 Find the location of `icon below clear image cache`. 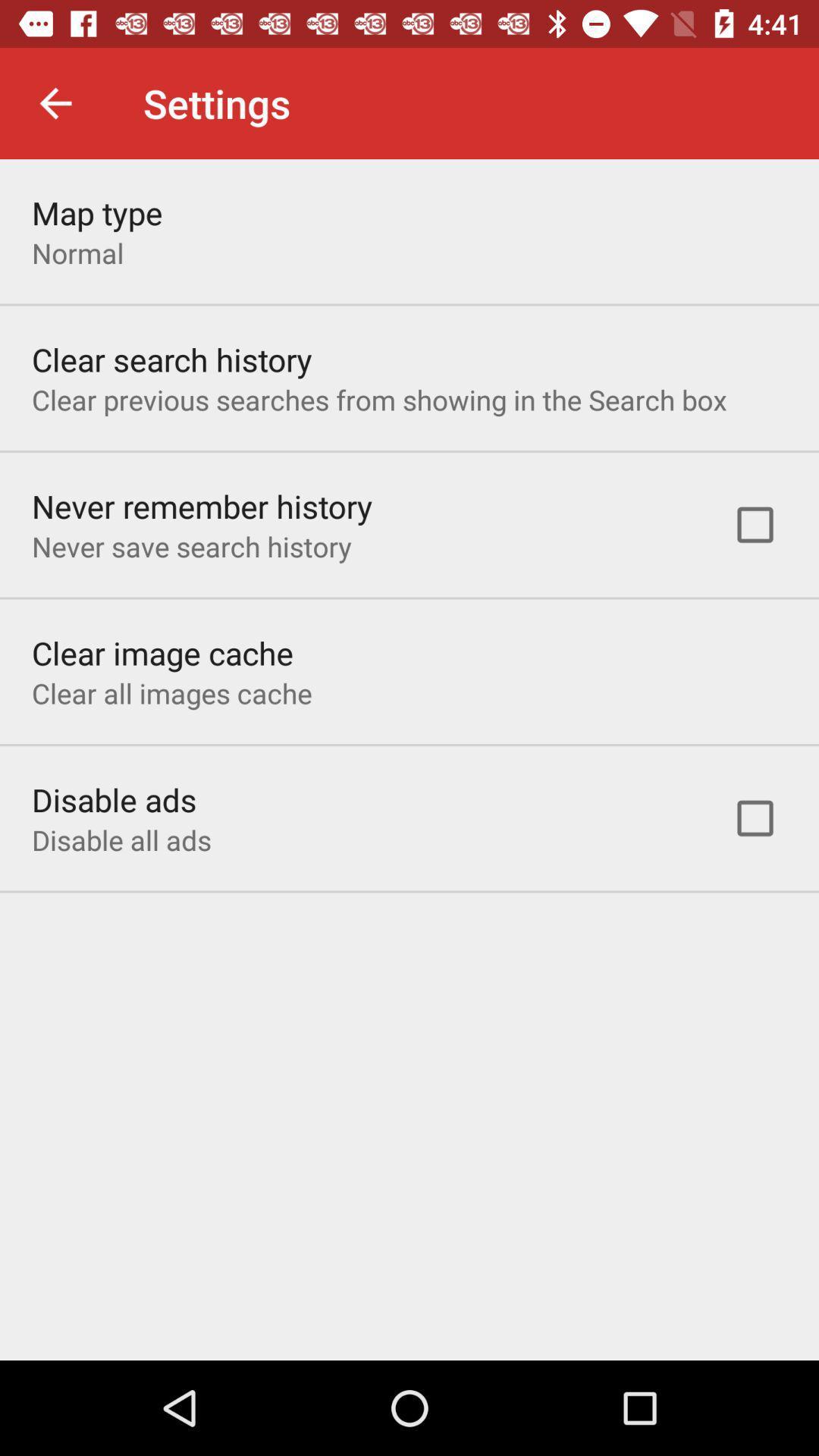

icon below clear image cache is located at coordinates (171, 692).